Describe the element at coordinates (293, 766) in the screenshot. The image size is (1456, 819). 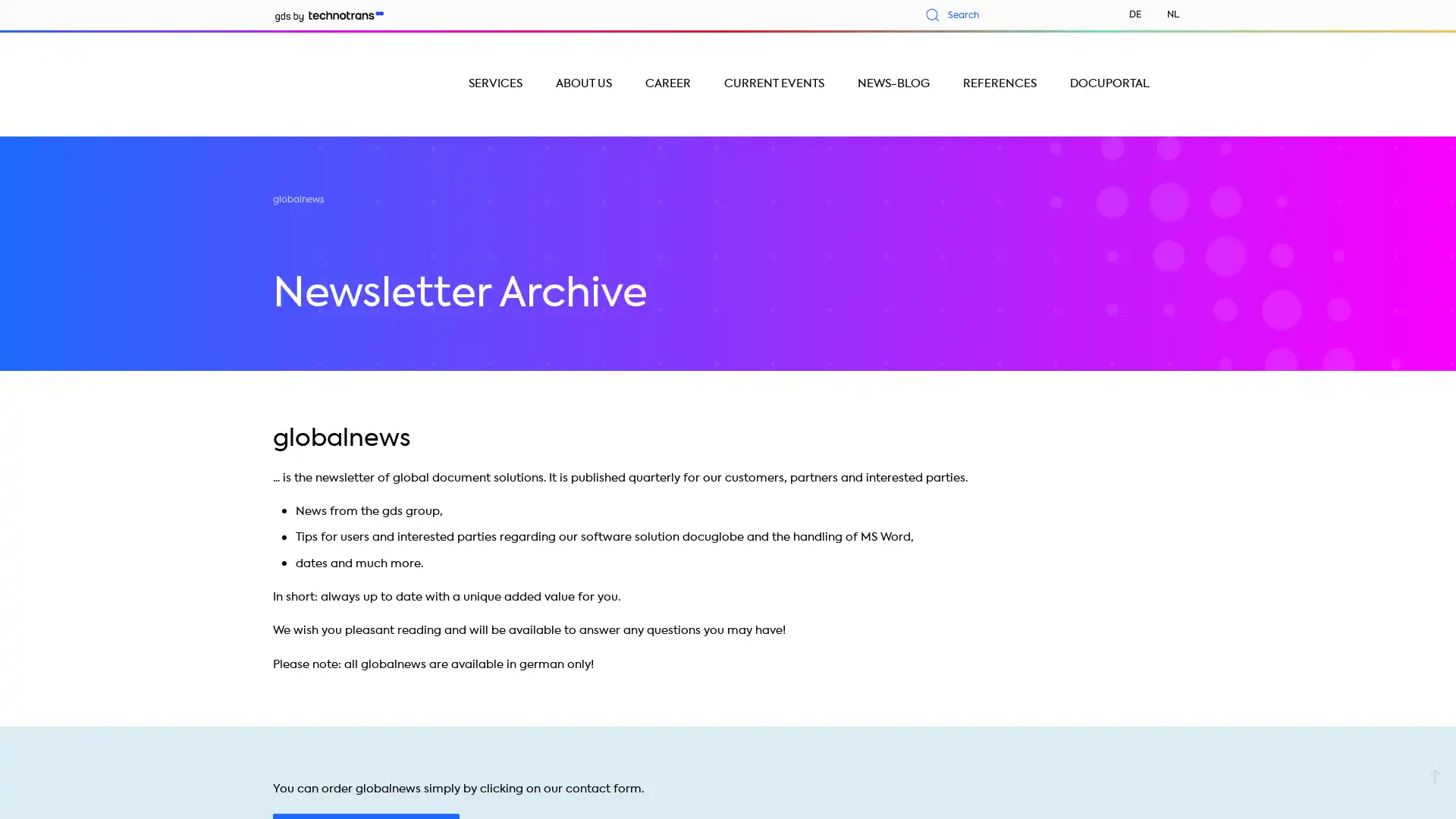
I see `Deny` at that location.